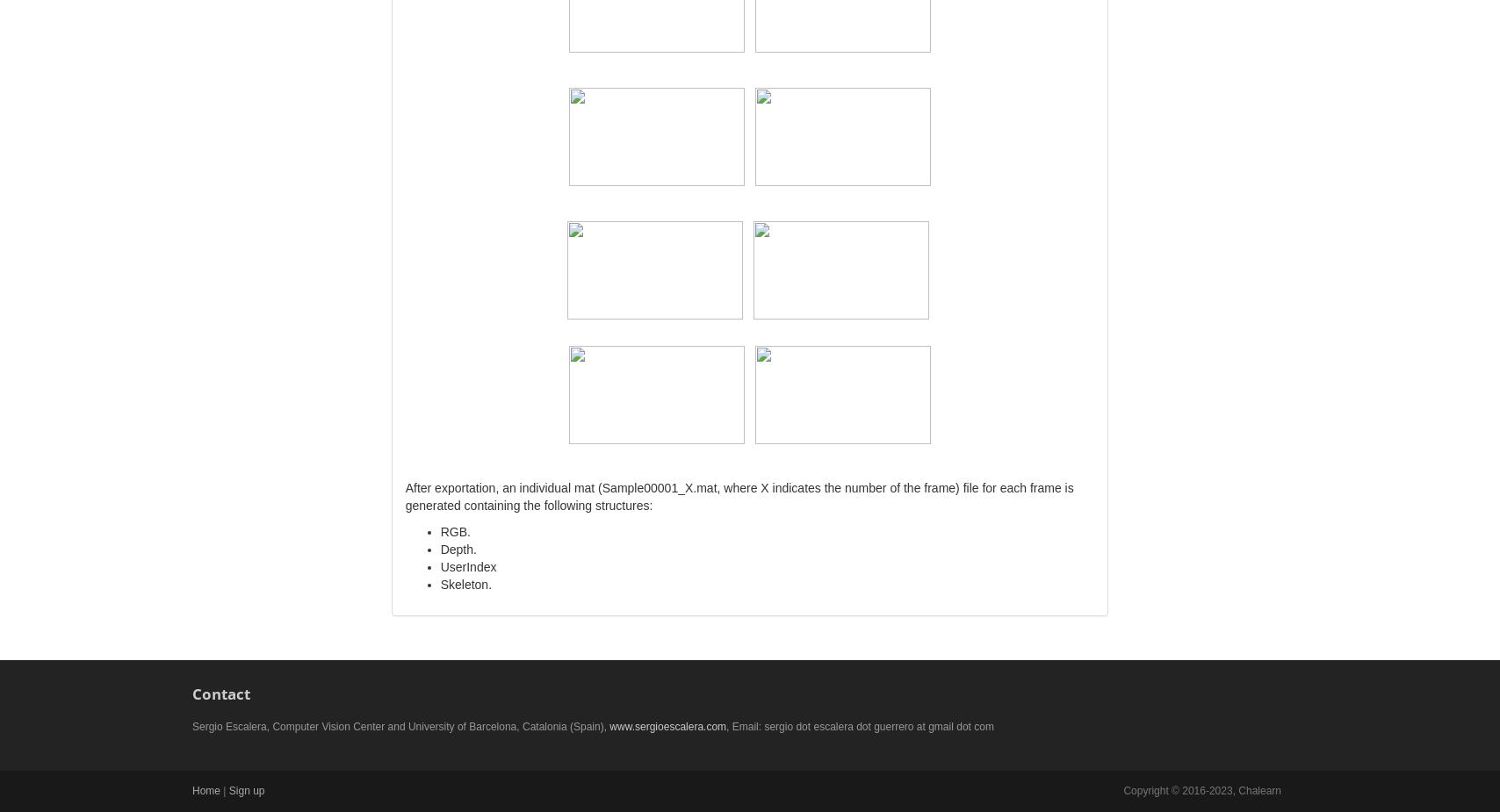 This screenshot has width=1500, height=812. What do you see at coordinates (404, 495) in the screenshot?
I see `'After exportation, an individual mat (Sample00001_X.mat, where X indicates the number of the frame) file for each frame is generated containing the following structures:'` at bounding box center [404, 495].